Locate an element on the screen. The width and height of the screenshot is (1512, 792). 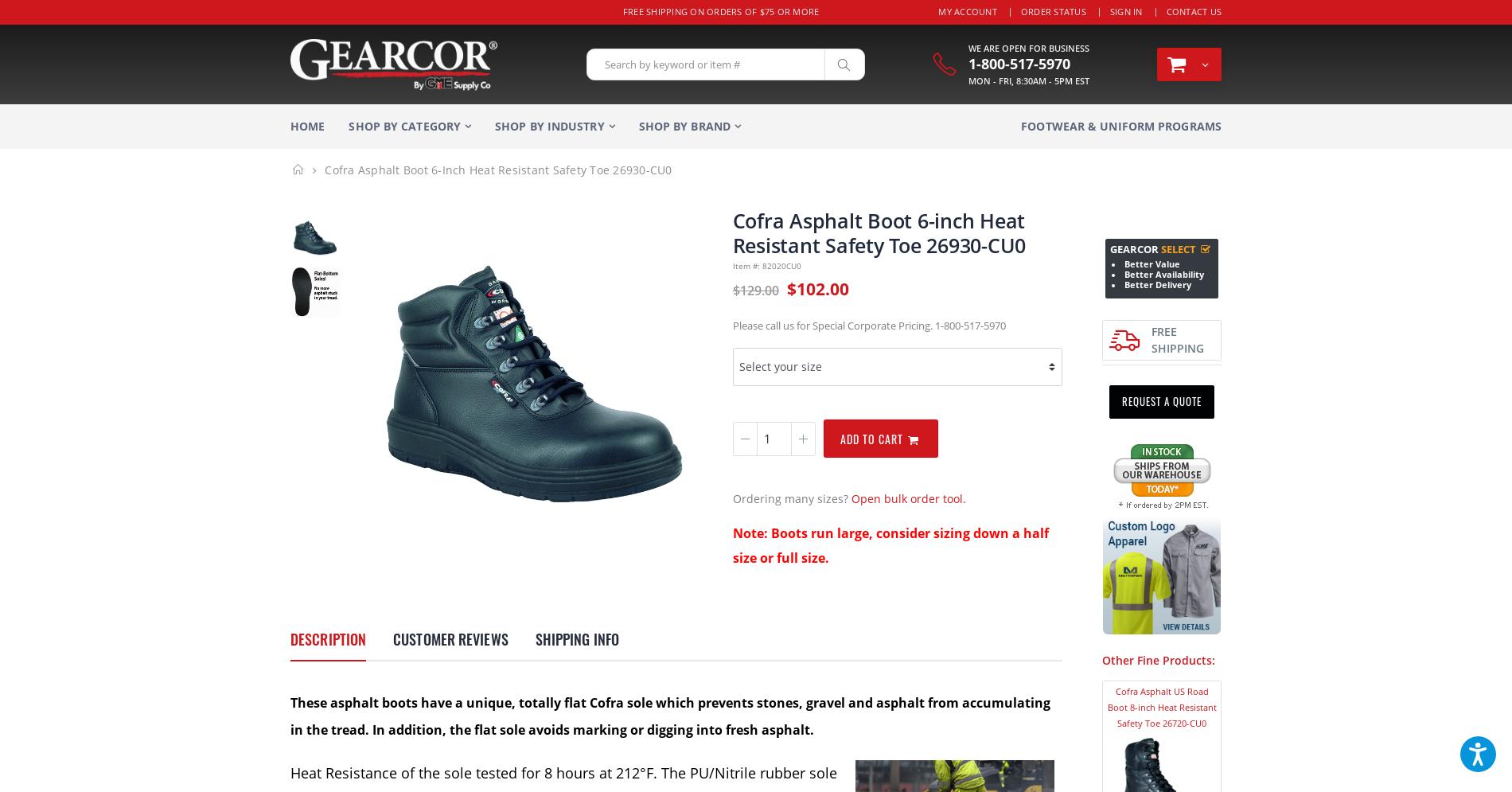
'Other Fine Products:' is located at coordinates (1101, 658).